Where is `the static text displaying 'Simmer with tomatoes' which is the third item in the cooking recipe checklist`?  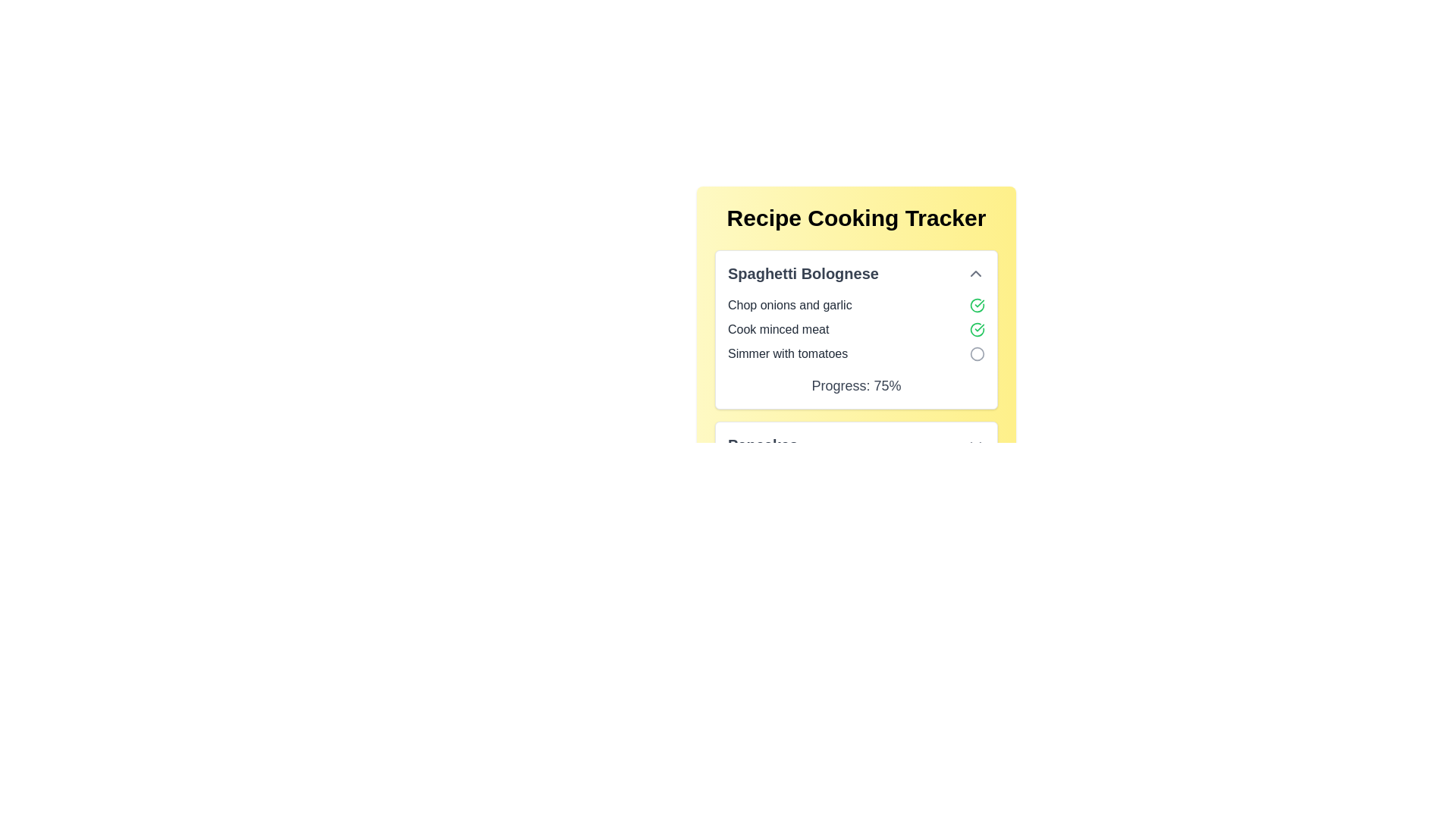 the static text displaying 'Simmer with tomatoes' which is the third item in the cooking recipe checklist is located at coordinates (788, 353).